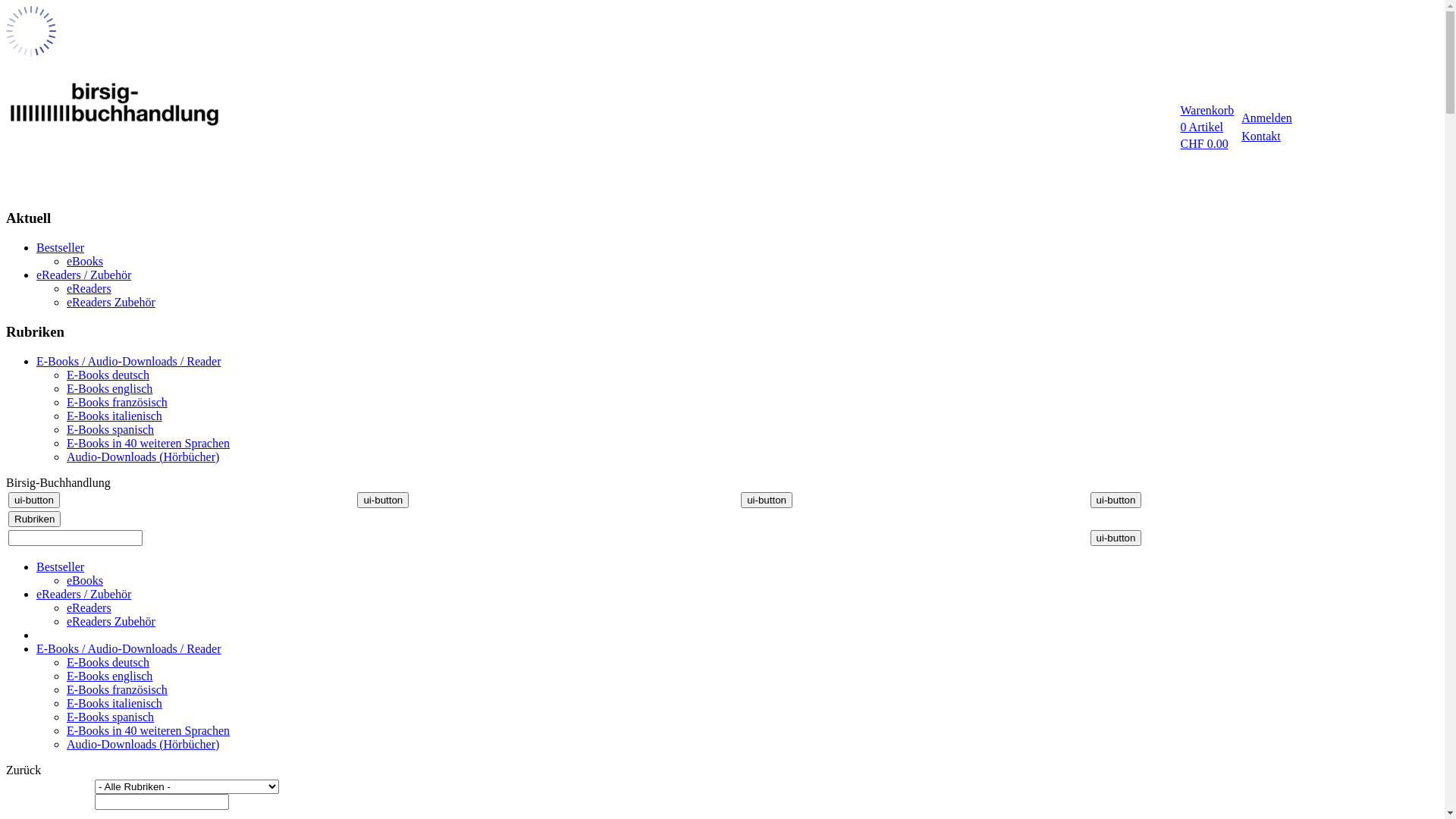  I want to click on 'ui-button', so click(1116, 537).